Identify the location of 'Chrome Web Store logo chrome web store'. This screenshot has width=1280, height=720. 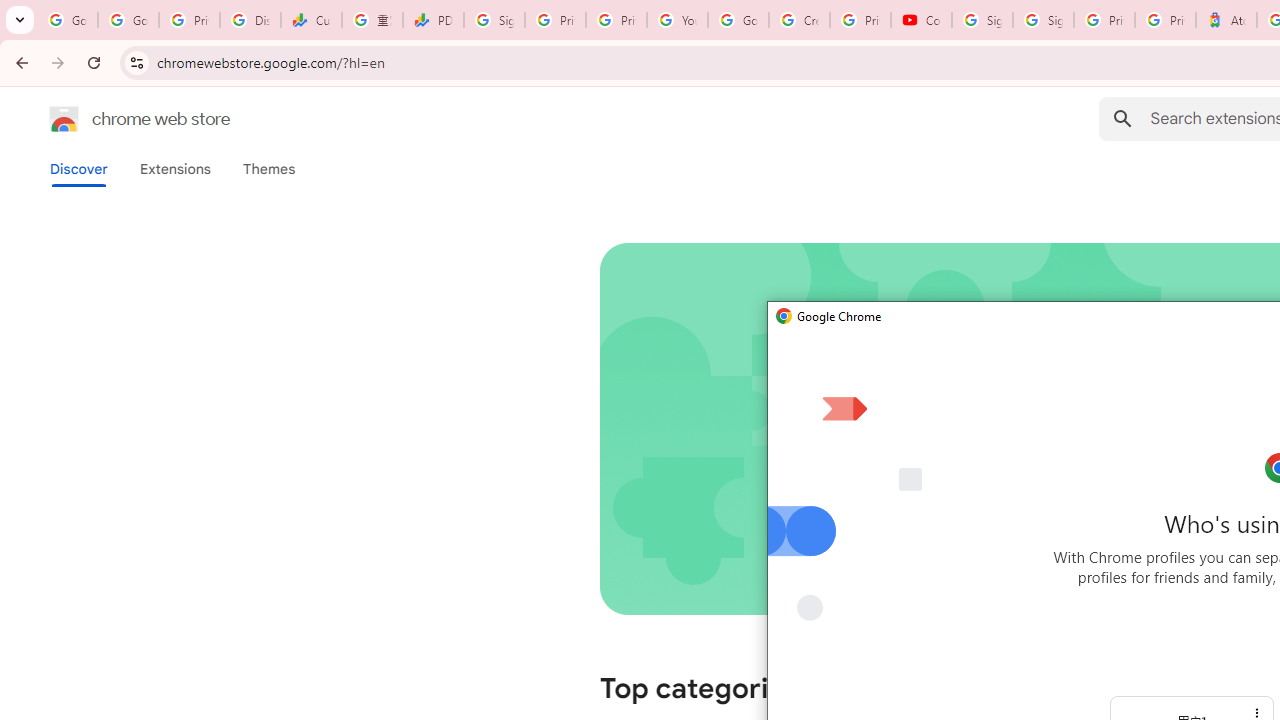
(118, 119).